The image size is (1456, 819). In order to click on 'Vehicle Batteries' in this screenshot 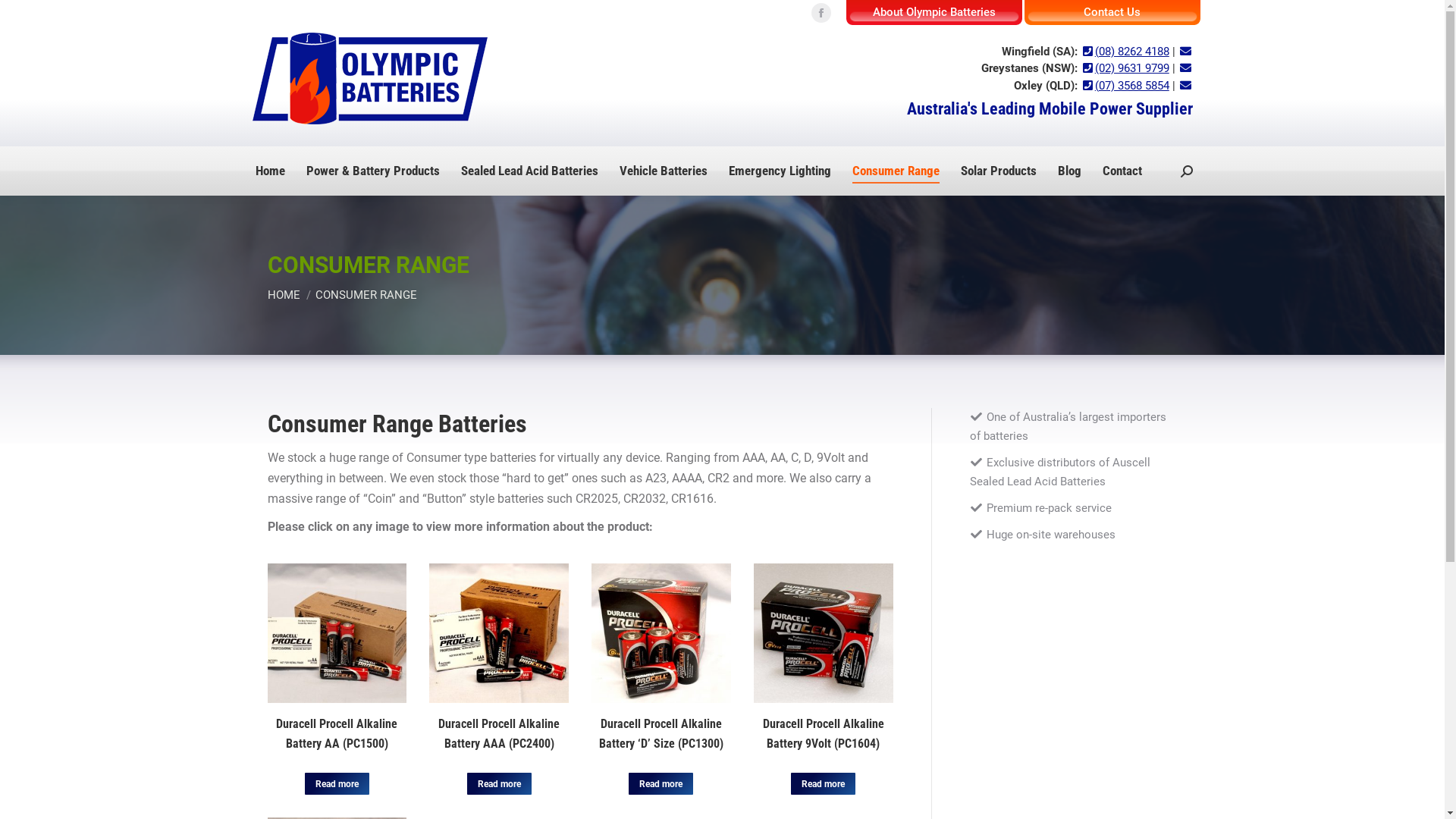, I will do `click(662, 171)`.